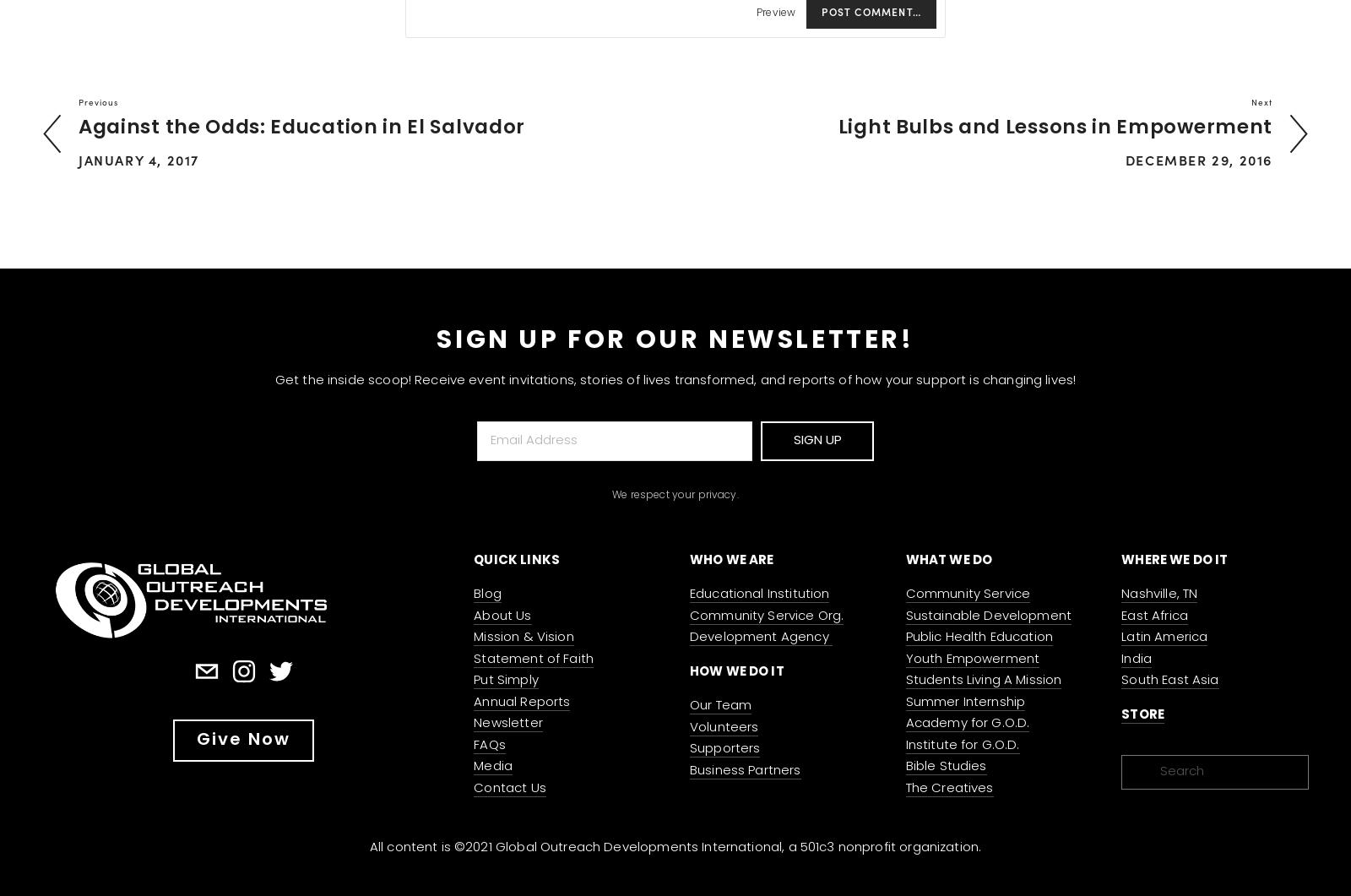  I want to click on 'Students Living A Mission', so click(983, 681).